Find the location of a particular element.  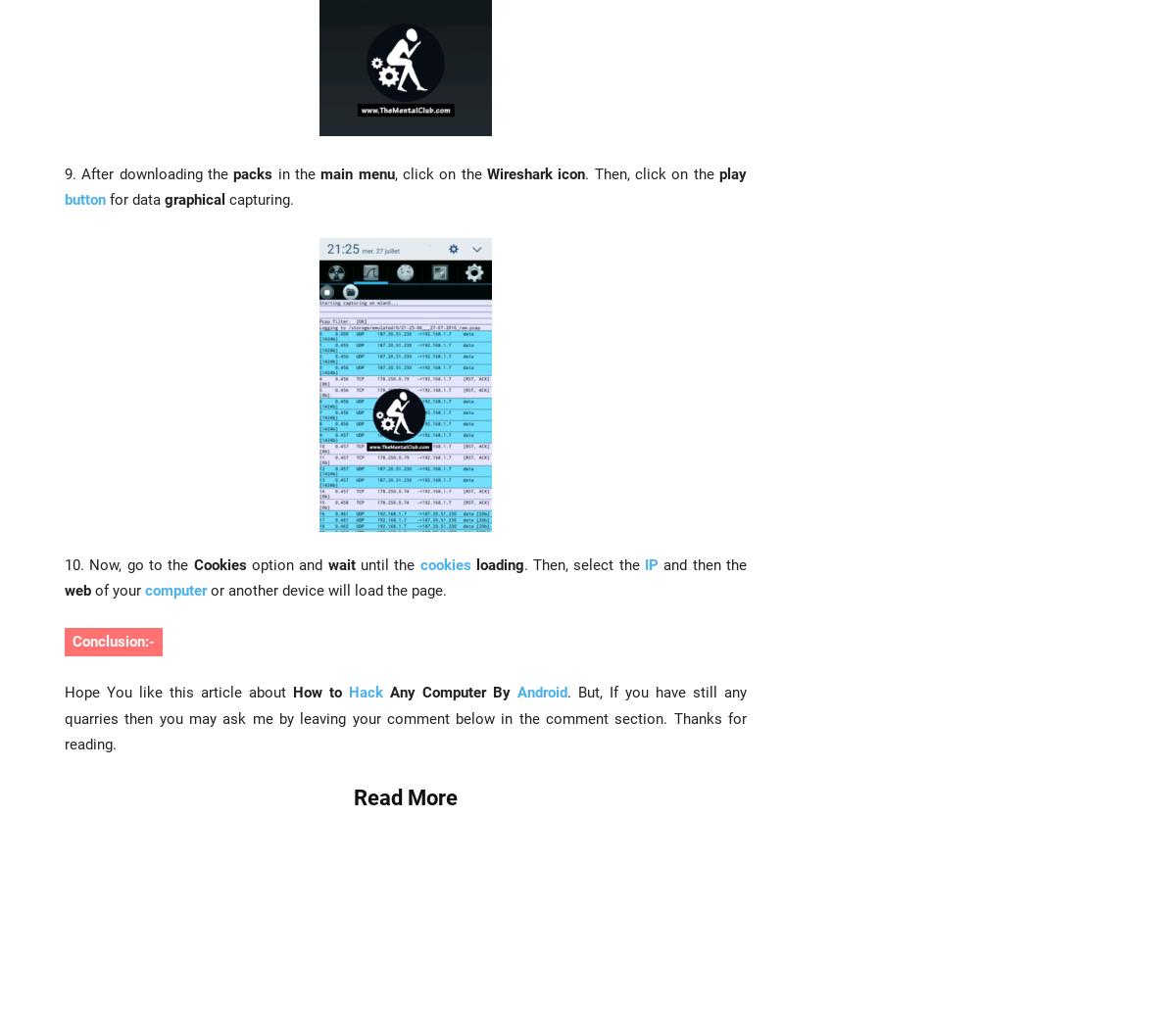

'capturing.' is located at coordinates (224, 199).